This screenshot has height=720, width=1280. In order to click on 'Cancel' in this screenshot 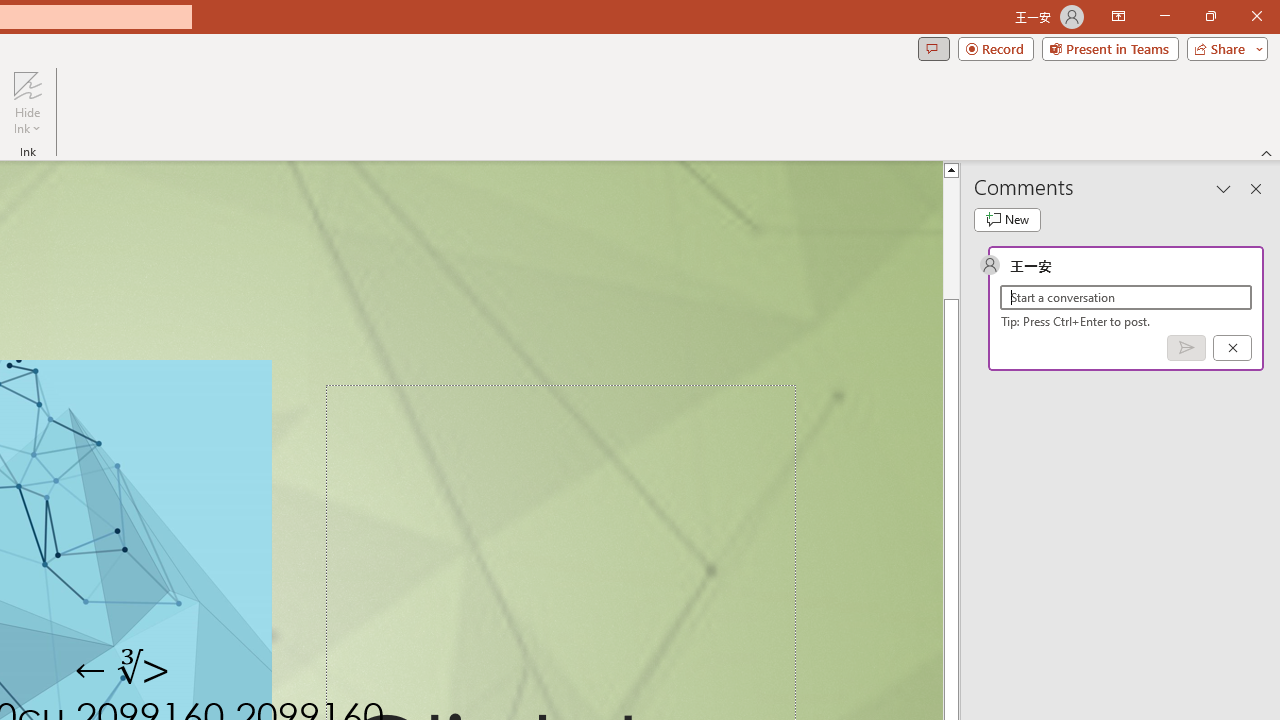, I will do `click(1231, 346)`.